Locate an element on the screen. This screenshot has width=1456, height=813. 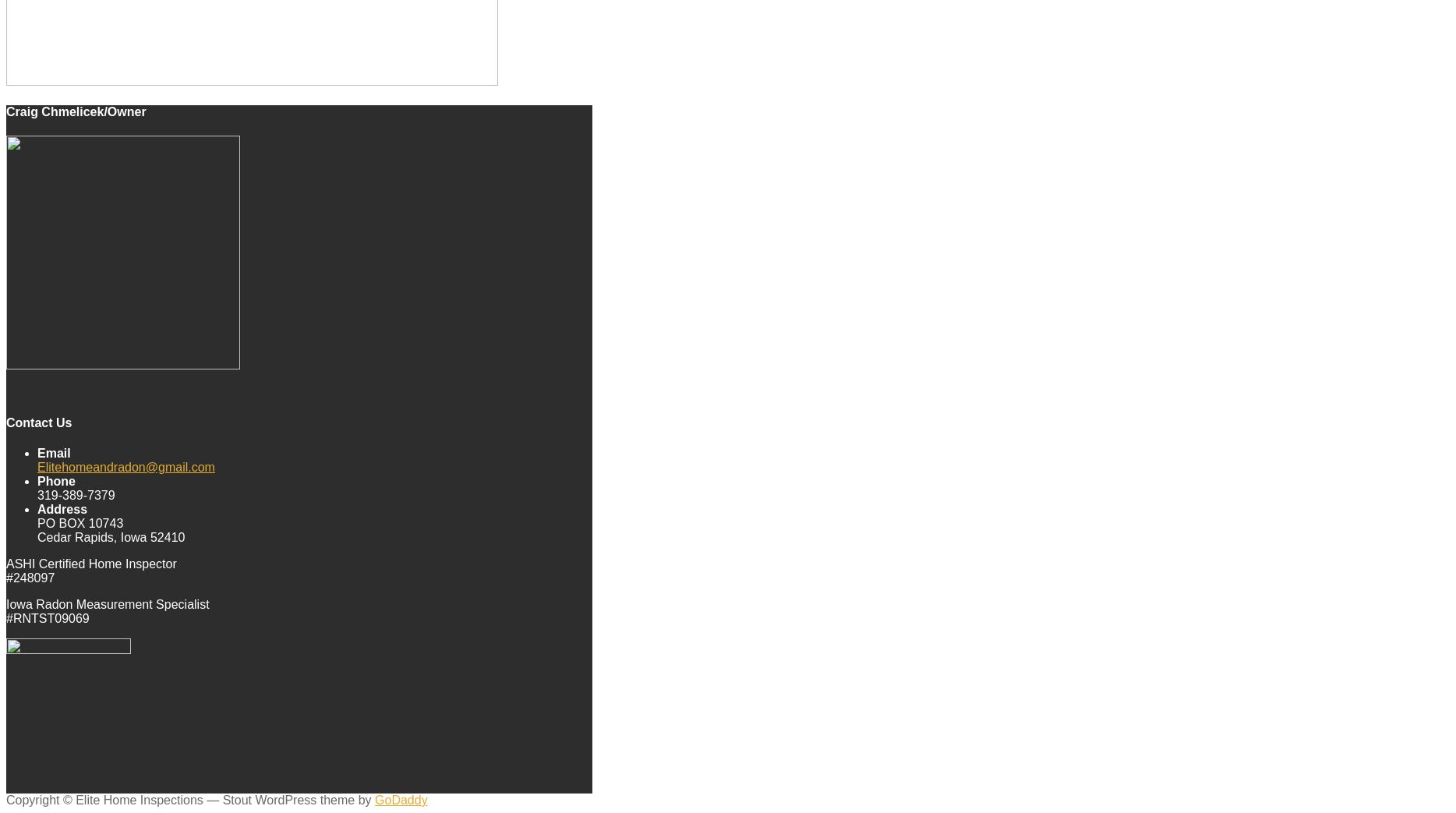
'PO BOX 10743' is located at coordinates (80, 521).